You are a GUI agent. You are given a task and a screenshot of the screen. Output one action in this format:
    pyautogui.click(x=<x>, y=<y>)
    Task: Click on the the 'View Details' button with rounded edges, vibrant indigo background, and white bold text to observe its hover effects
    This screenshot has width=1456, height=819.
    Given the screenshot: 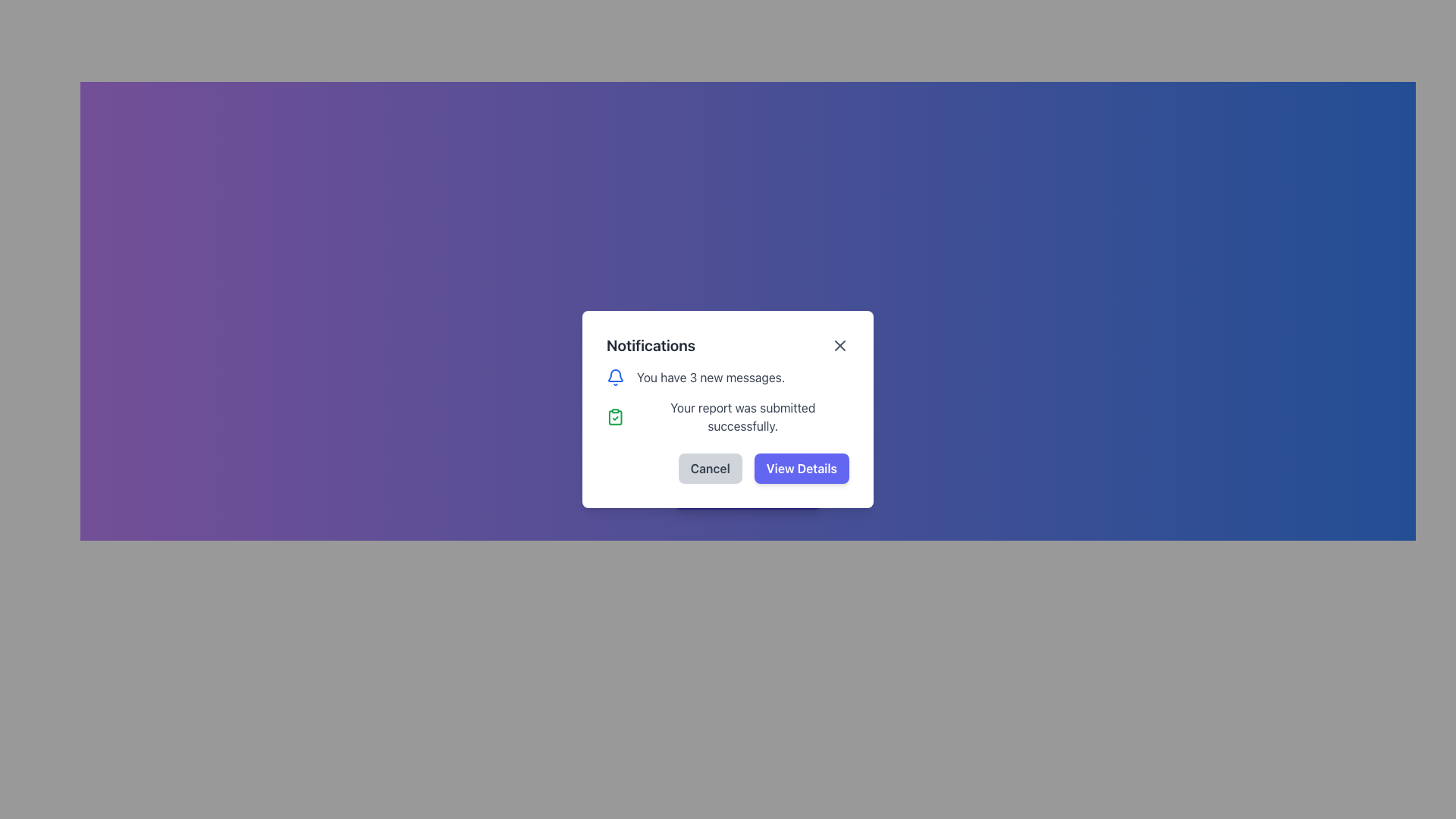 What is the action you would take?
    pyautogui.click(x=801, y=467)
    